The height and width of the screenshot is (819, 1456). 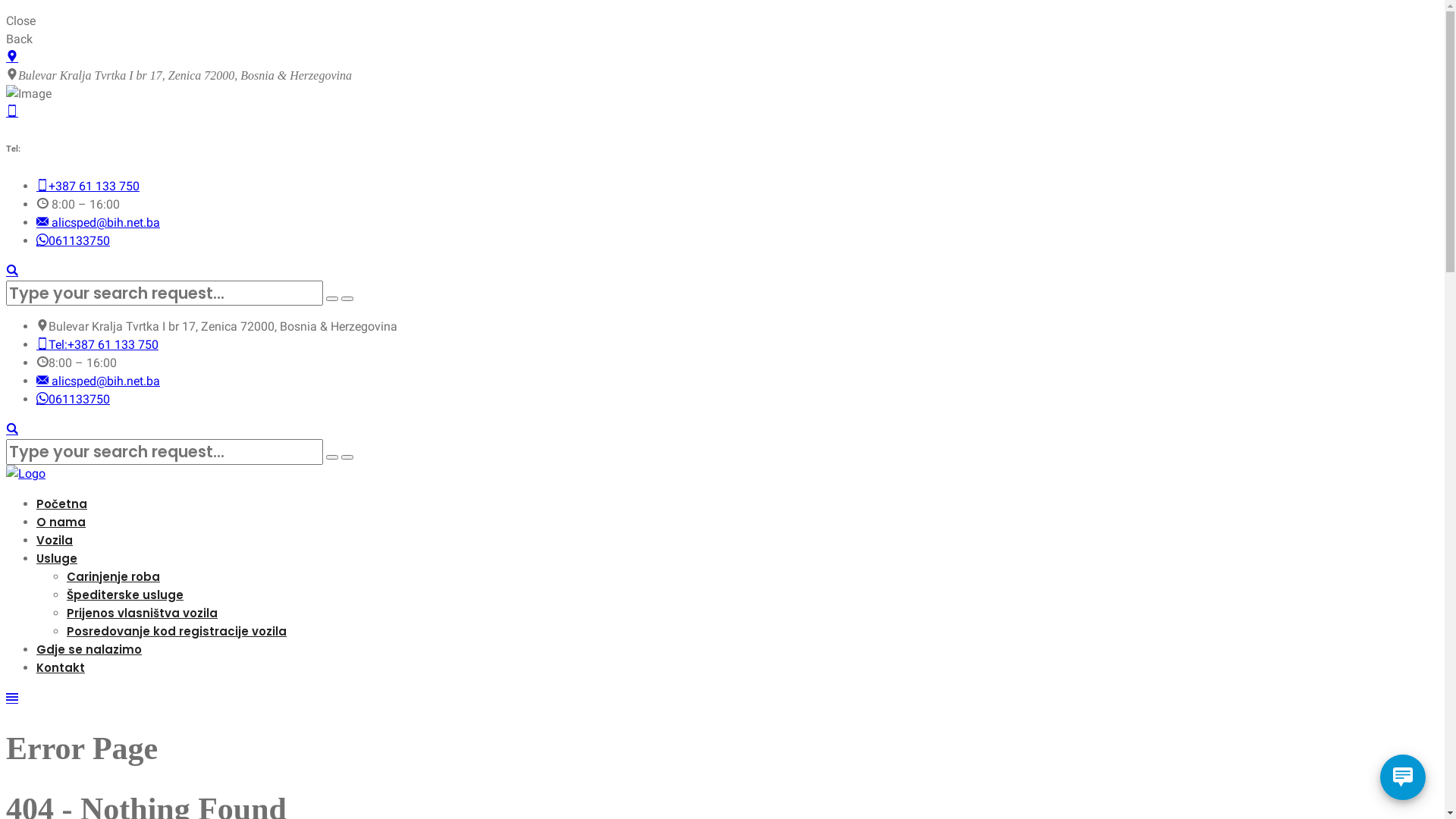 I want to click on 'O nama', so click(x=61, y=521).